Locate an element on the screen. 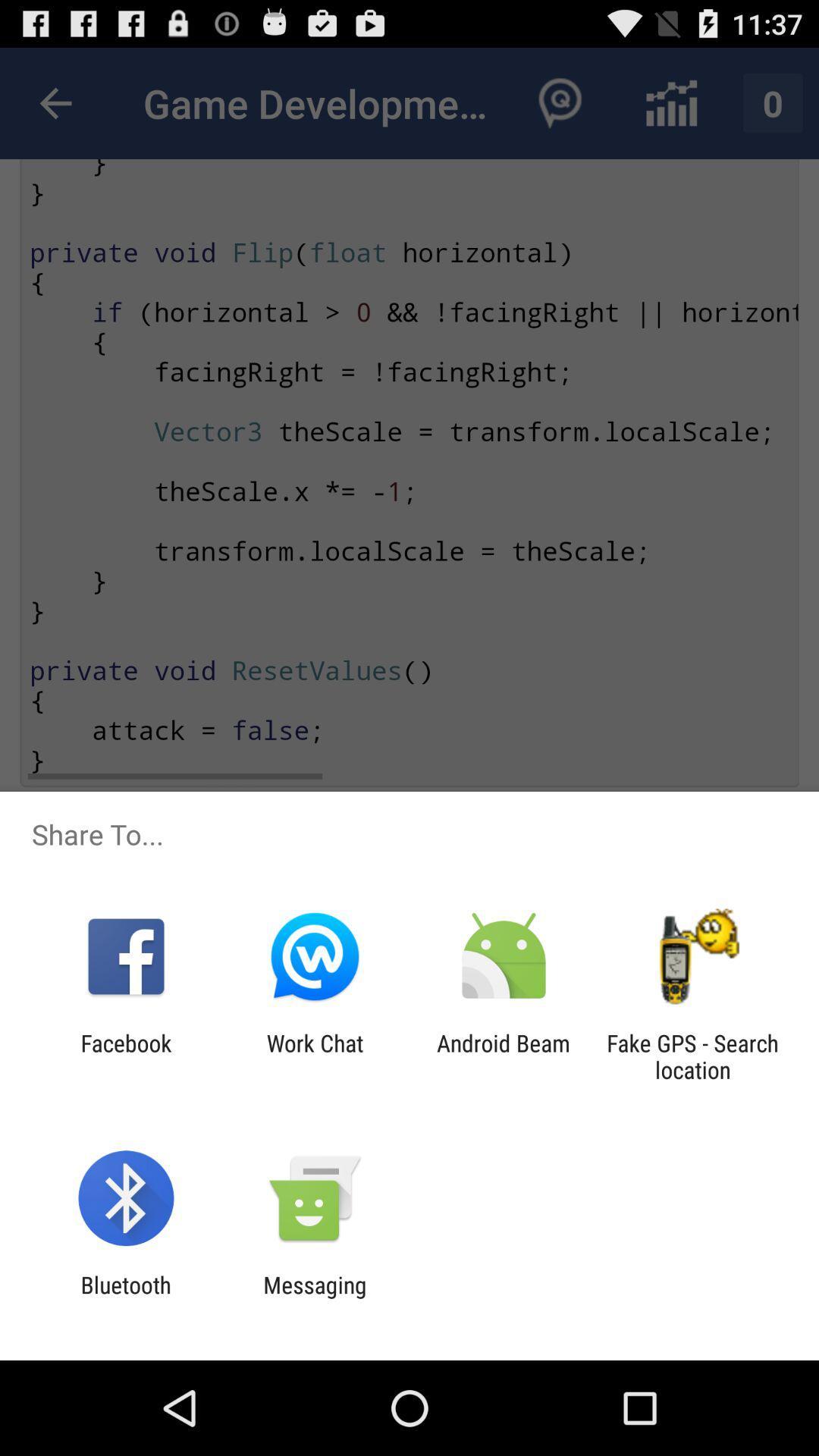 This screenshot has height=1456, width=819. fake gps search item is located at coordinates (692, 1056).